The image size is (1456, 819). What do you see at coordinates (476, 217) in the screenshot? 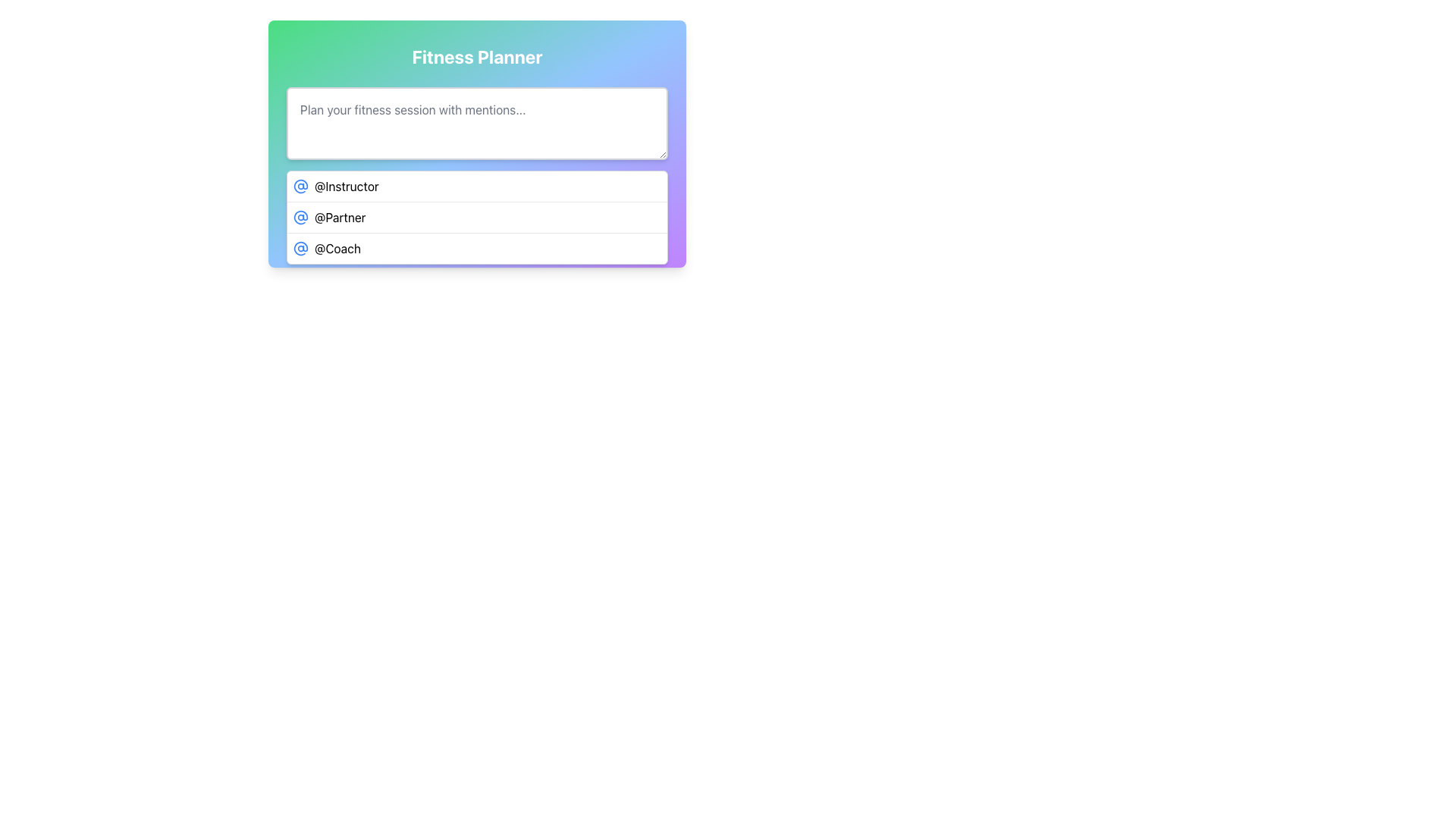
I see `the second item in the dropdown-style menu that allows users to select mentions, specifically '@Partner'` at bounding box center [476, 217].